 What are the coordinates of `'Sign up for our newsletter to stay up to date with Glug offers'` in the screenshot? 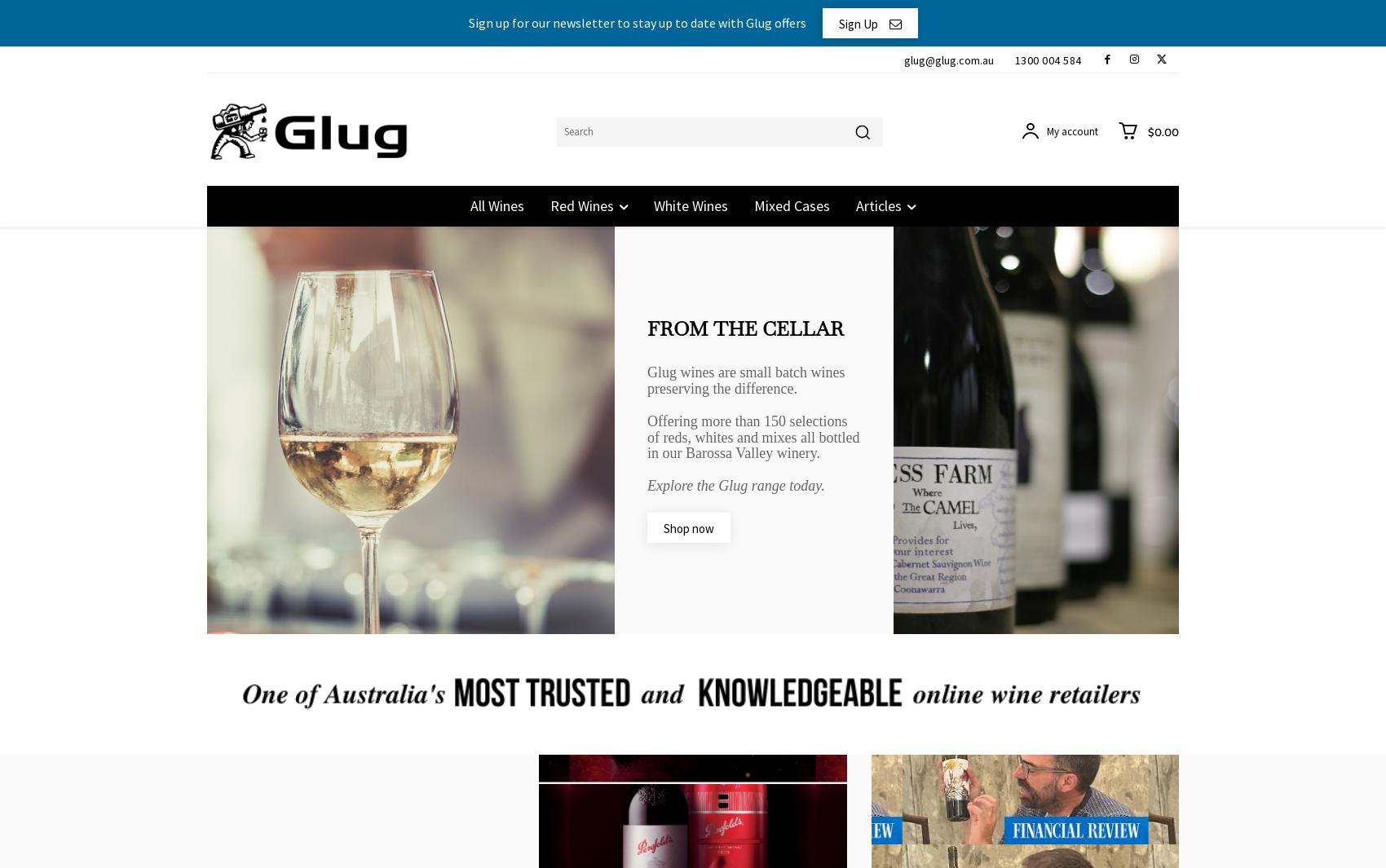 It's located at (466, 22).